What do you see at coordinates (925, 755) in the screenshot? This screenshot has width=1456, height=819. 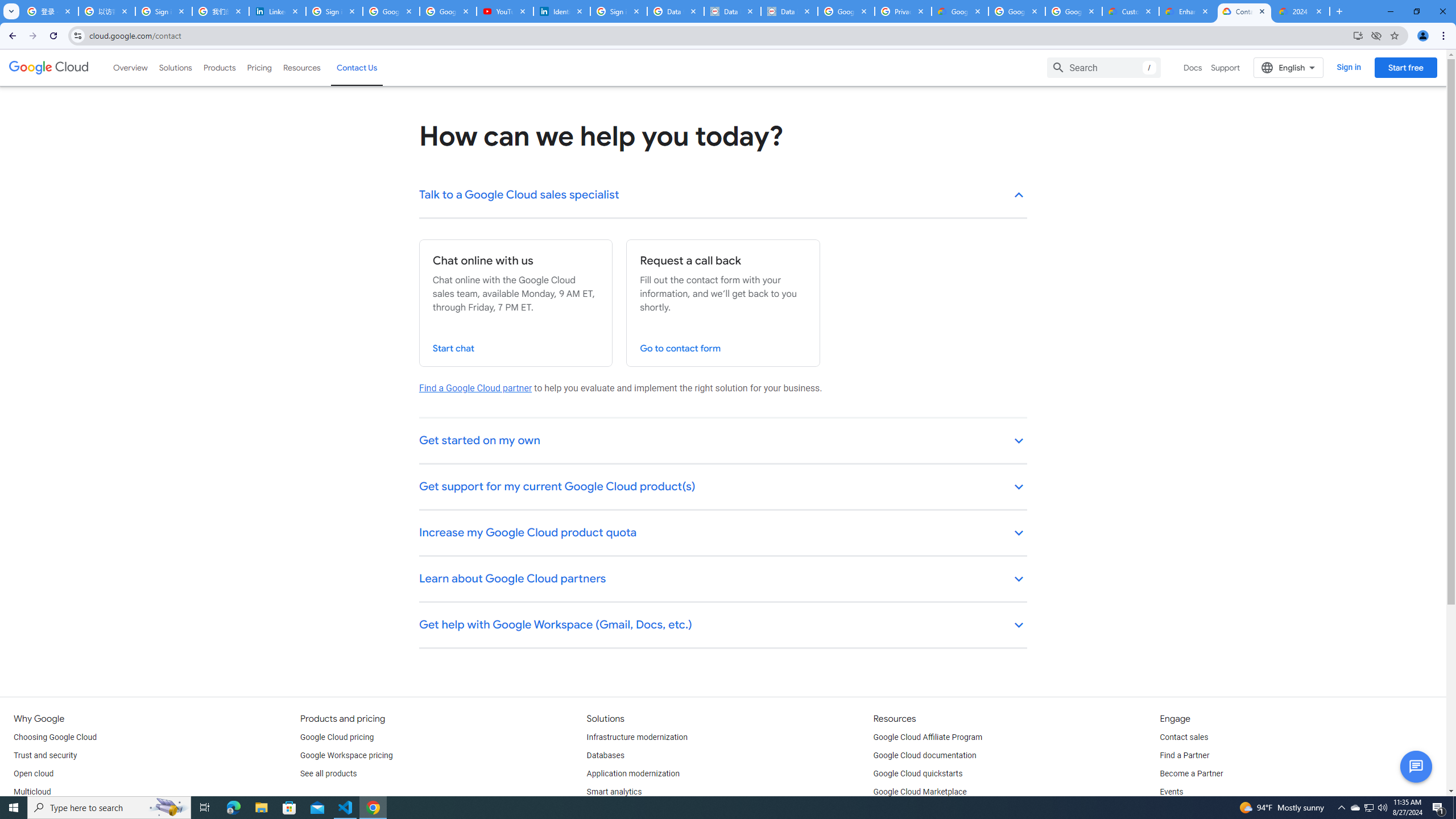 I see `'Google Cloud documentation'` at bounding box center [925, 755].